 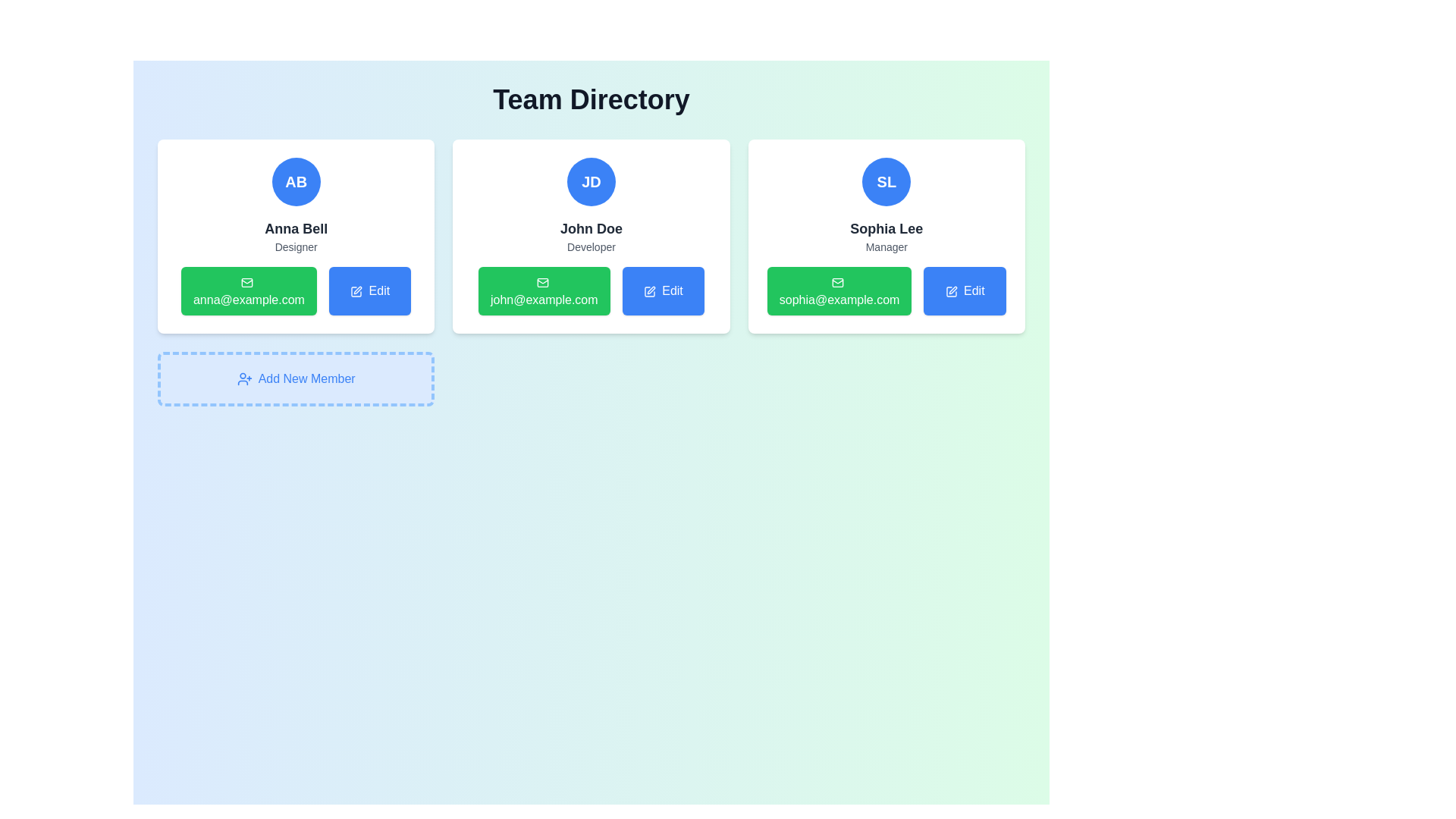 What do you see at coordinates (244, 378) in the screenshot?
I see `the user icon with a plus sign, styled with blue outlines, located to the left of the 'Add New Member' text` at bounding box center [244, 378].